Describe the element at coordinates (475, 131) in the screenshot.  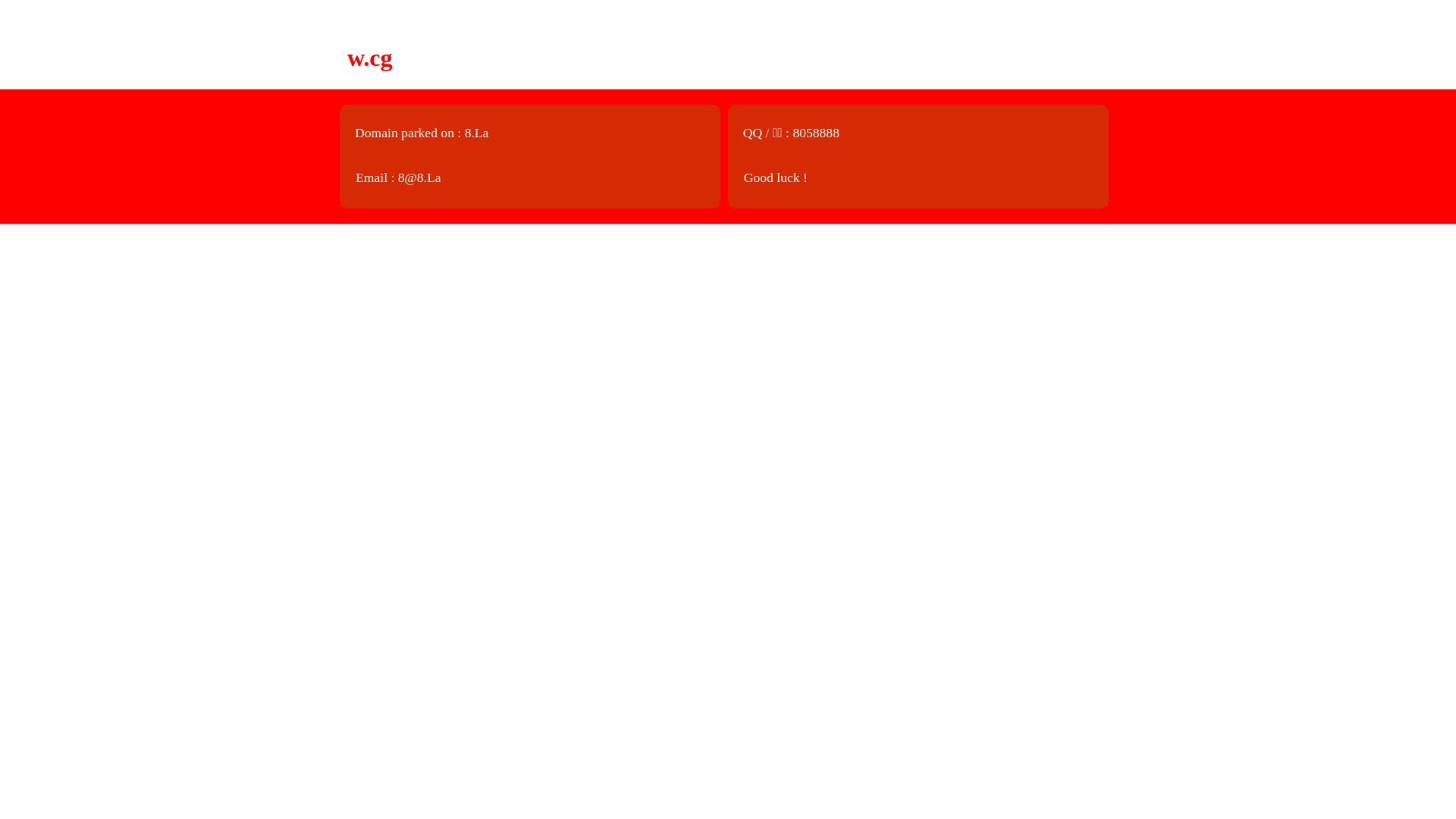
I see `'8.La'` at that location.